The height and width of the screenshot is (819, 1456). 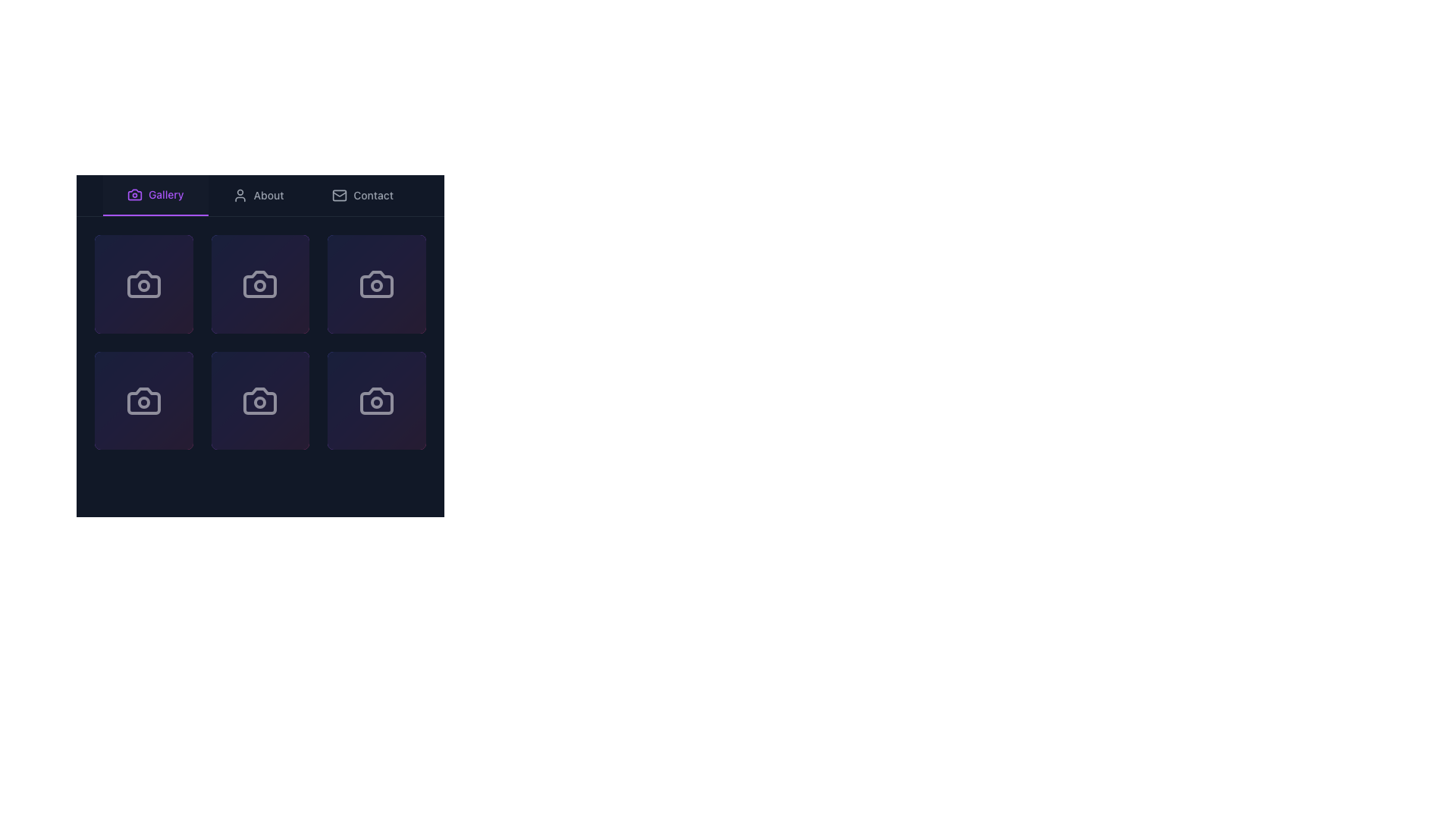 I want to click on the camera icon located in the header navigation bar, which is next to the text 'Gallery' that is highlighted with a purple underline, indicating it is the selected tab, so click(x=135, y=194).